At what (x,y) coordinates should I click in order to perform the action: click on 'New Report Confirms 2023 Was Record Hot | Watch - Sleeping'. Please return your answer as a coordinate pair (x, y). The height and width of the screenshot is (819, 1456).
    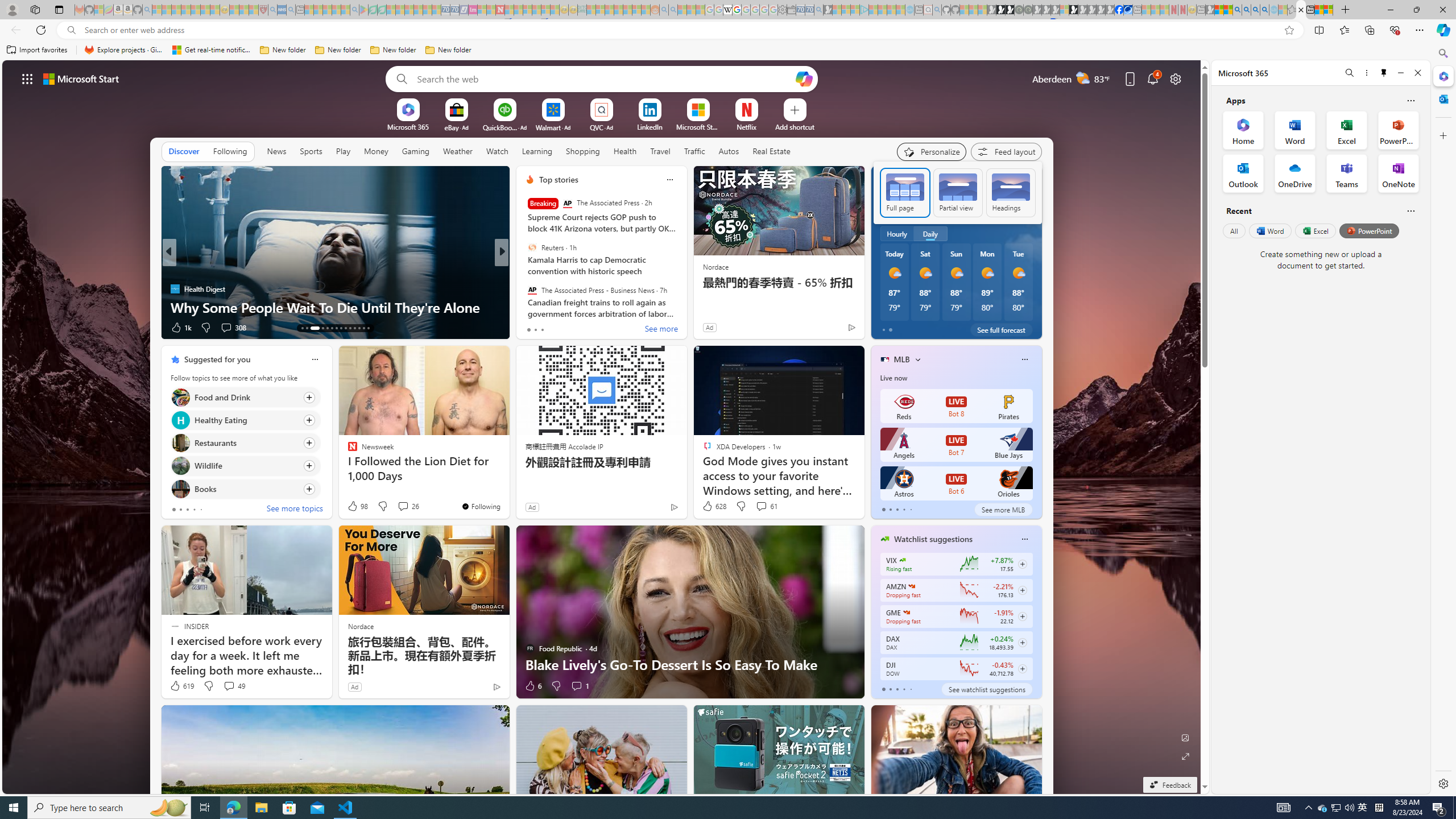
    Looking at the image, I should click on (195, 9).